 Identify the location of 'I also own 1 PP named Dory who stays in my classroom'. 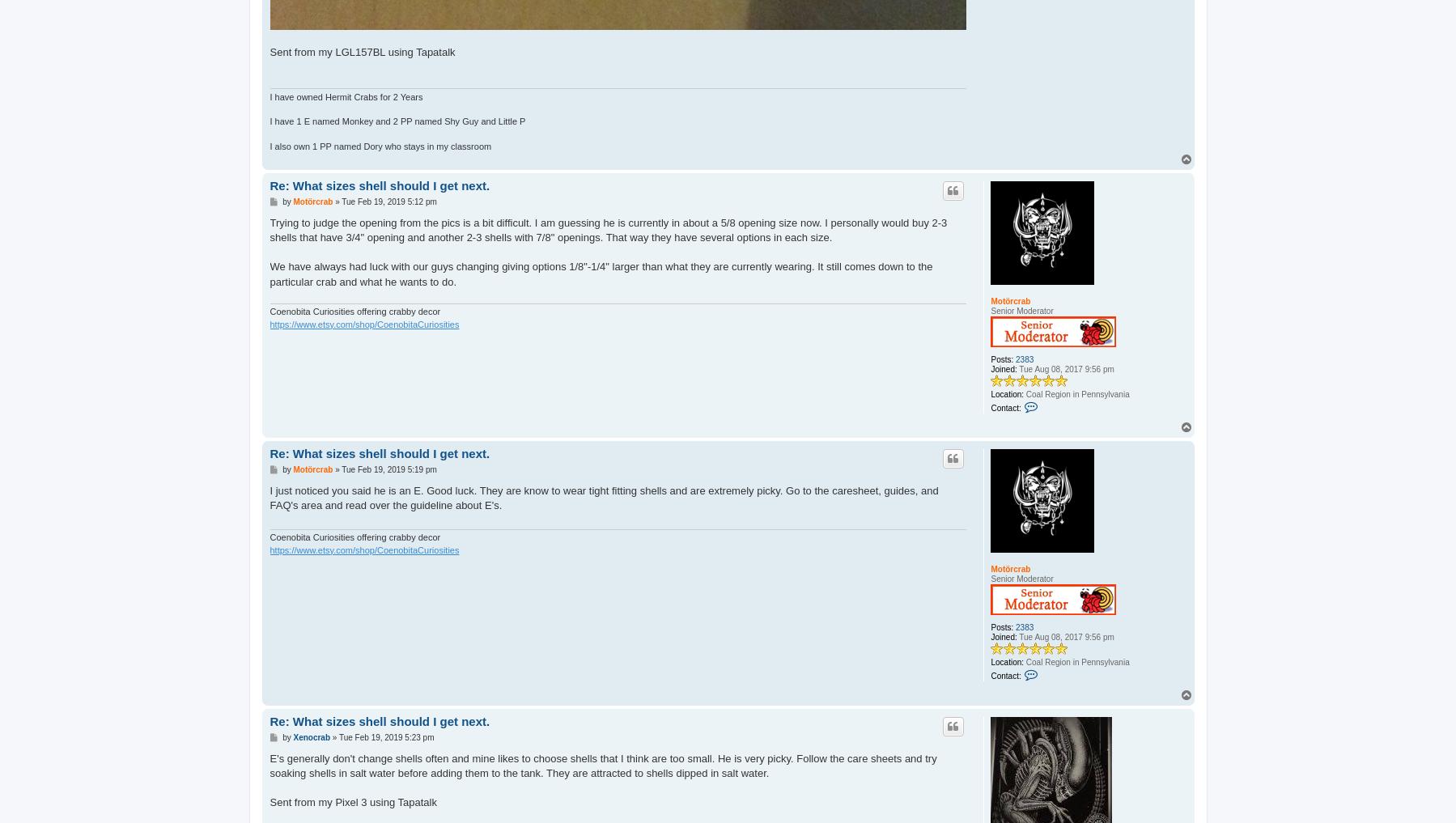
(380, 146).